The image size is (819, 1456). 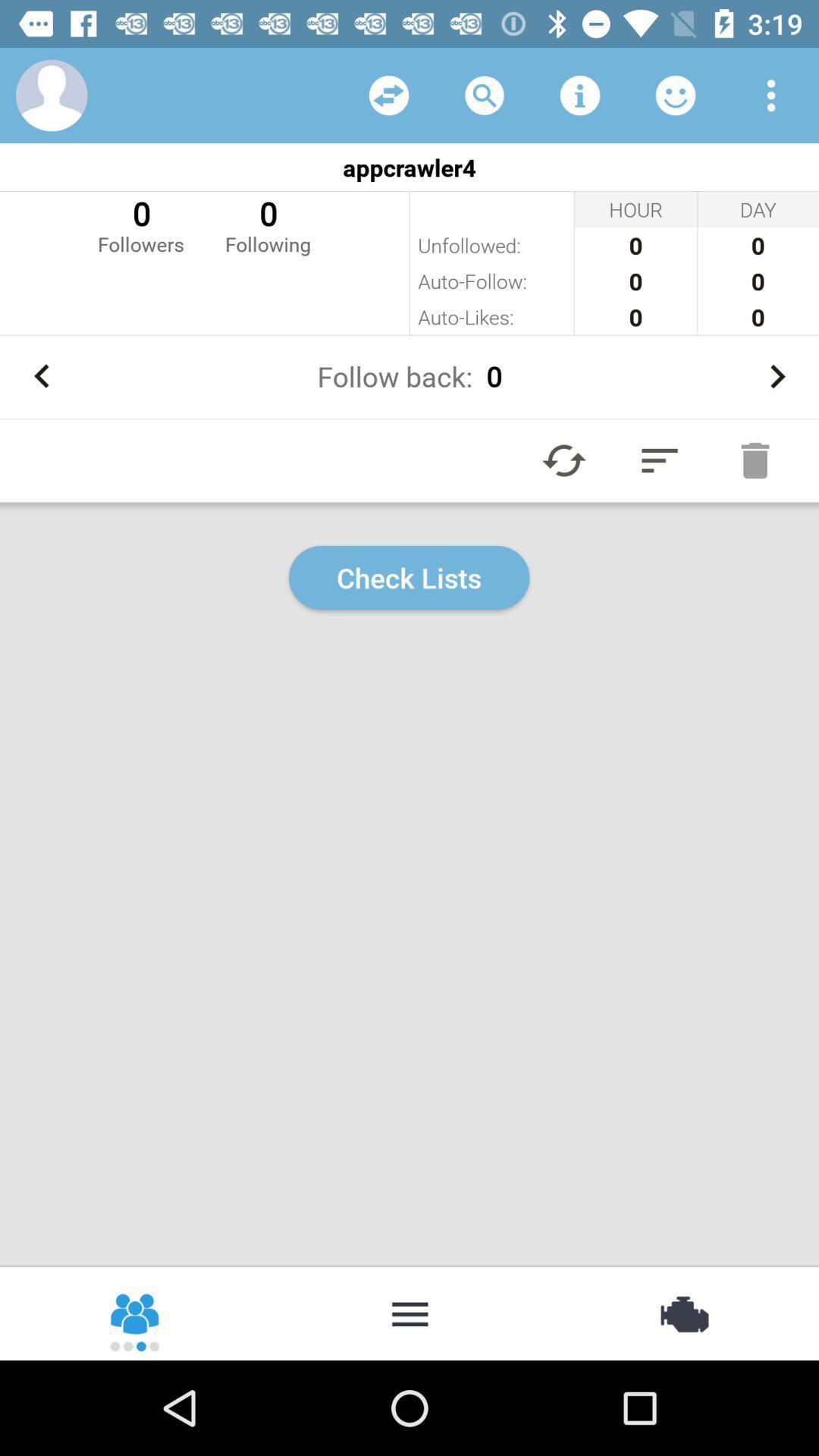 I want to click on search, so click(x=485, y=94).